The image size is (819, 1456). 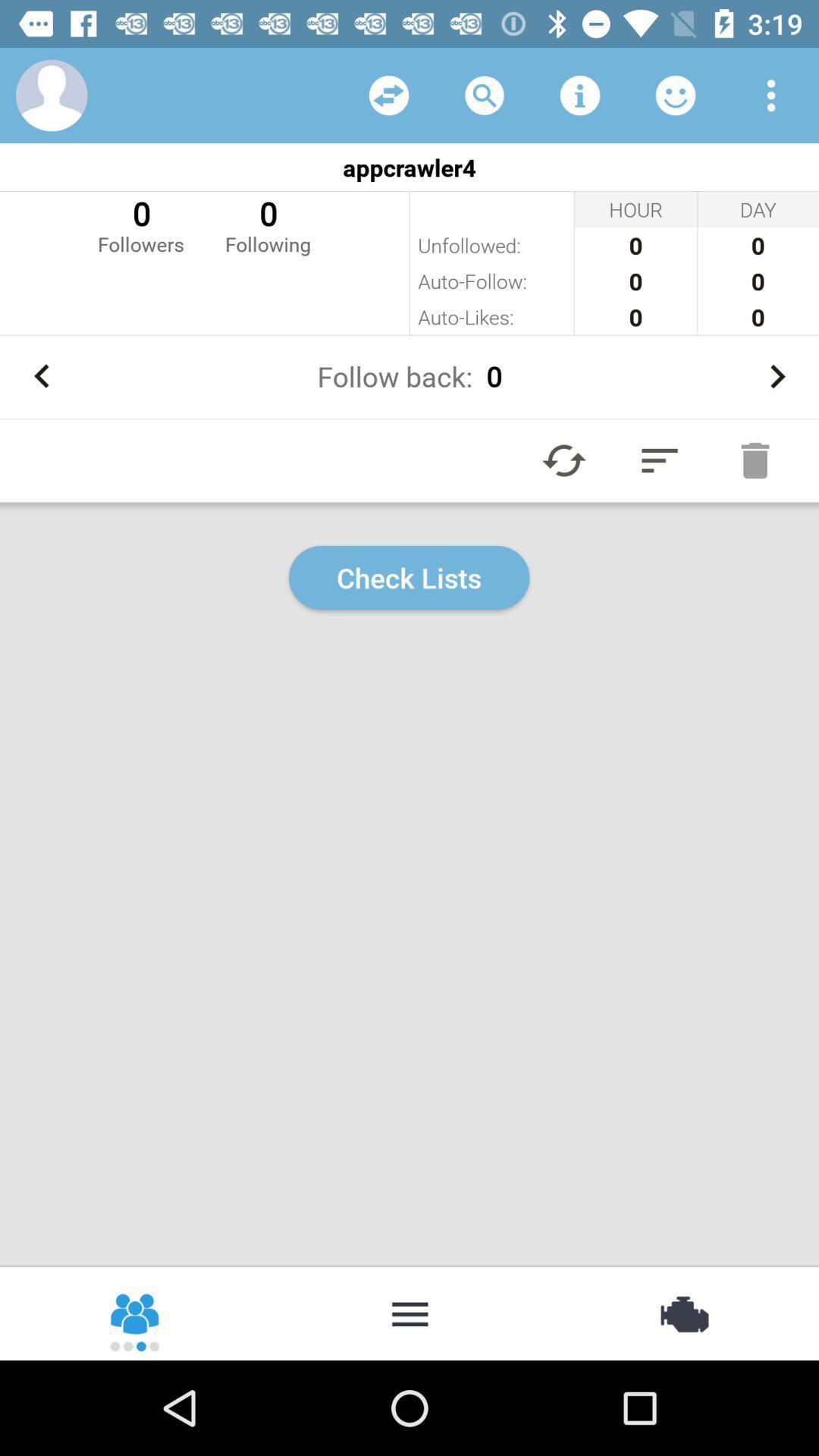 I want to click on search, so click(x=485, y=94).